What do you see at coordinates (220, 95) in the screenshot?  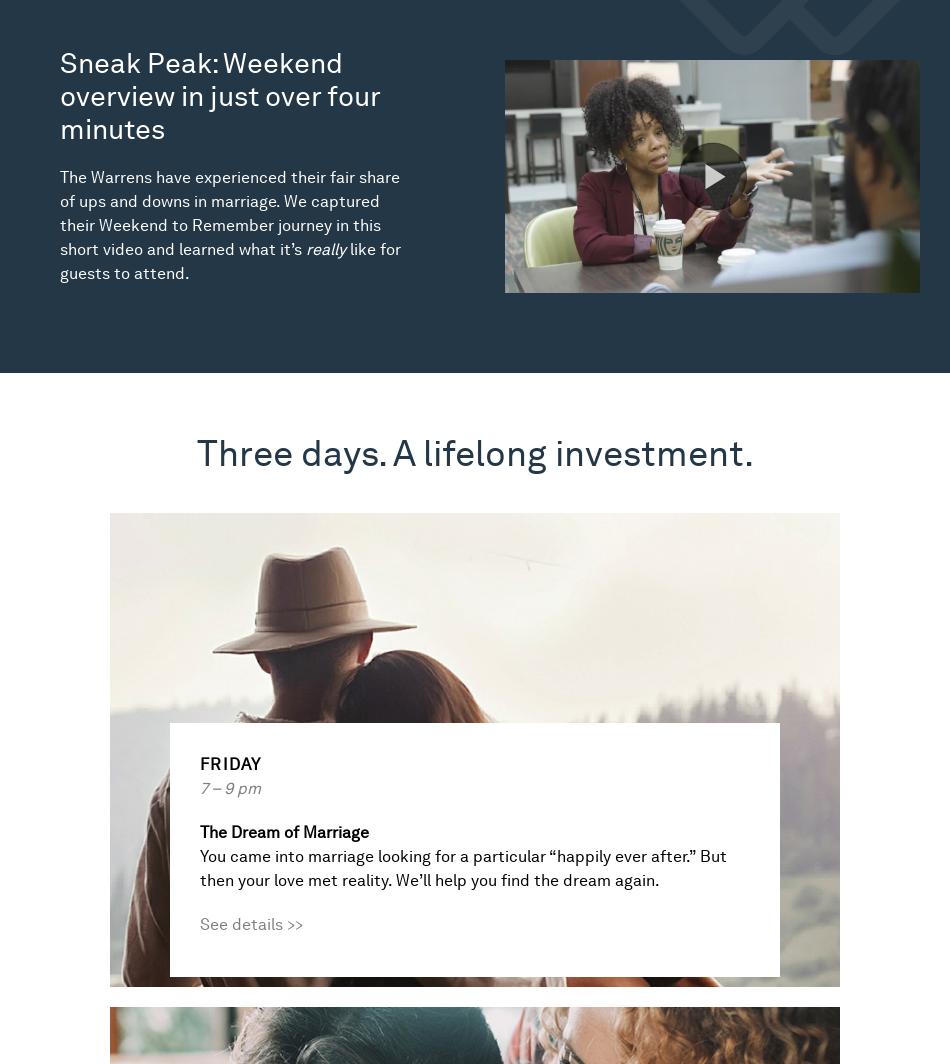 I see `'Sneak Peak: Weekend overview in just over four minutes'` at bounding box center [220, 95].